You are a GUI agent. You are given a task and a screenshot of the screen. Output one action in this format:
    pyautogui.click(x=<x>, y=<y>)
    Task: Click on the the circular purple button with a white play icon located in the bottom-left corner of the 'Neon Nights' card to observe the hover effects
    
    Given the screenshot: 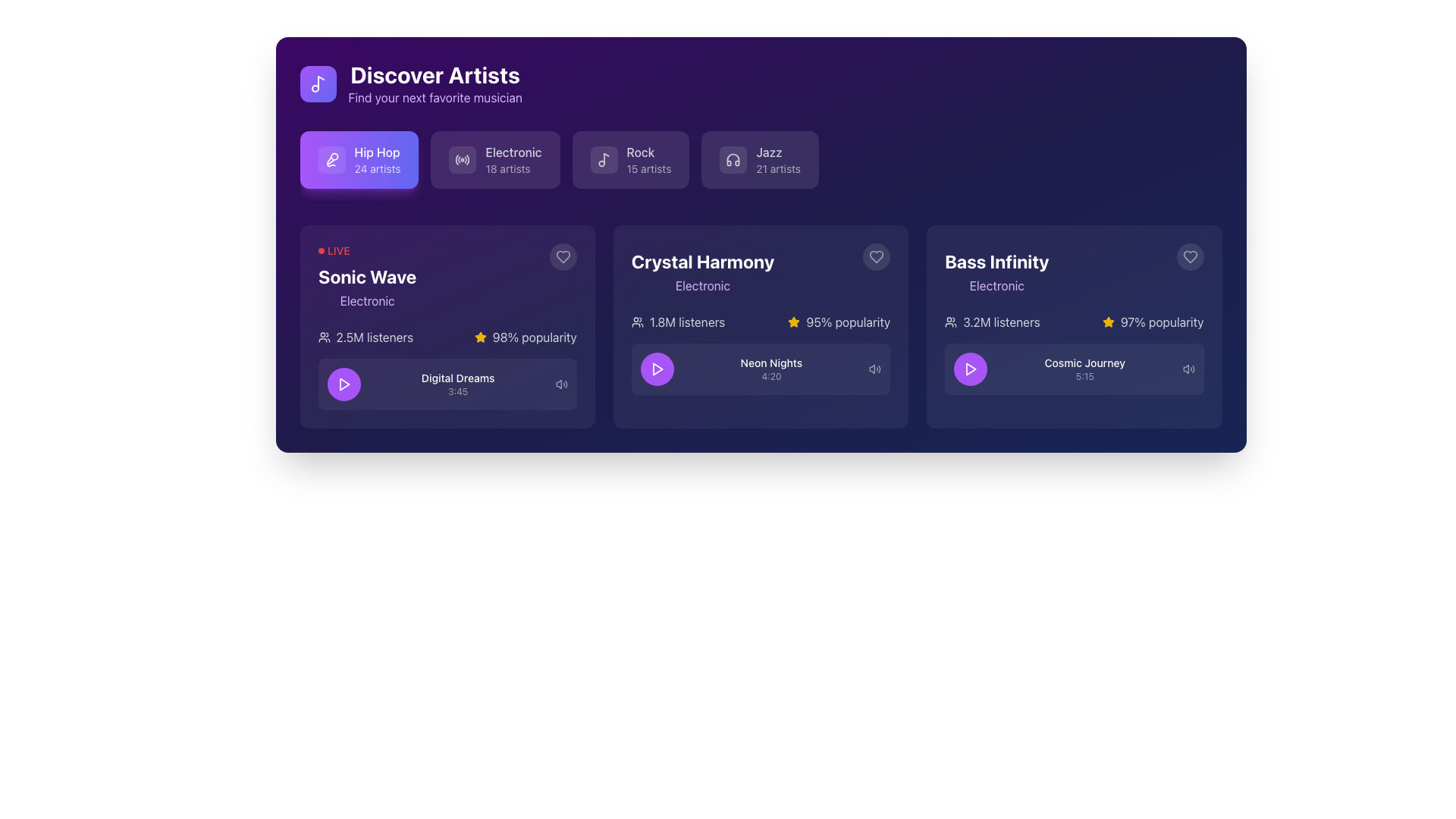 What is the action you would take?
    pyautogui.click(x=657, y=369)
    